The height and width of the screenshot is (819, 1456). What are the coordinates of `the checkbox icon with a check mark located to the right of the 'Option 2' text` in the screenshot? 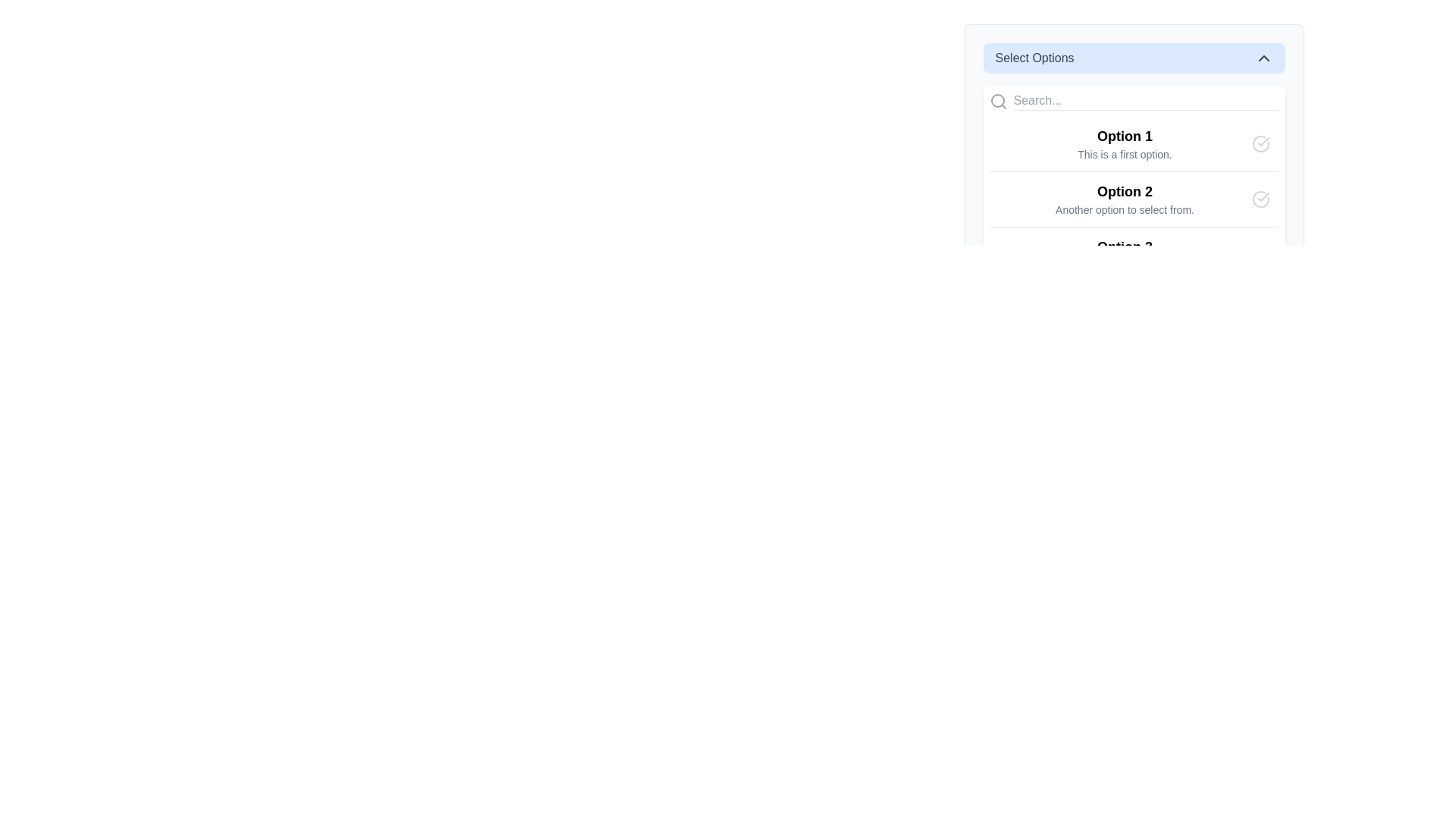 It's located at (1260, 198).